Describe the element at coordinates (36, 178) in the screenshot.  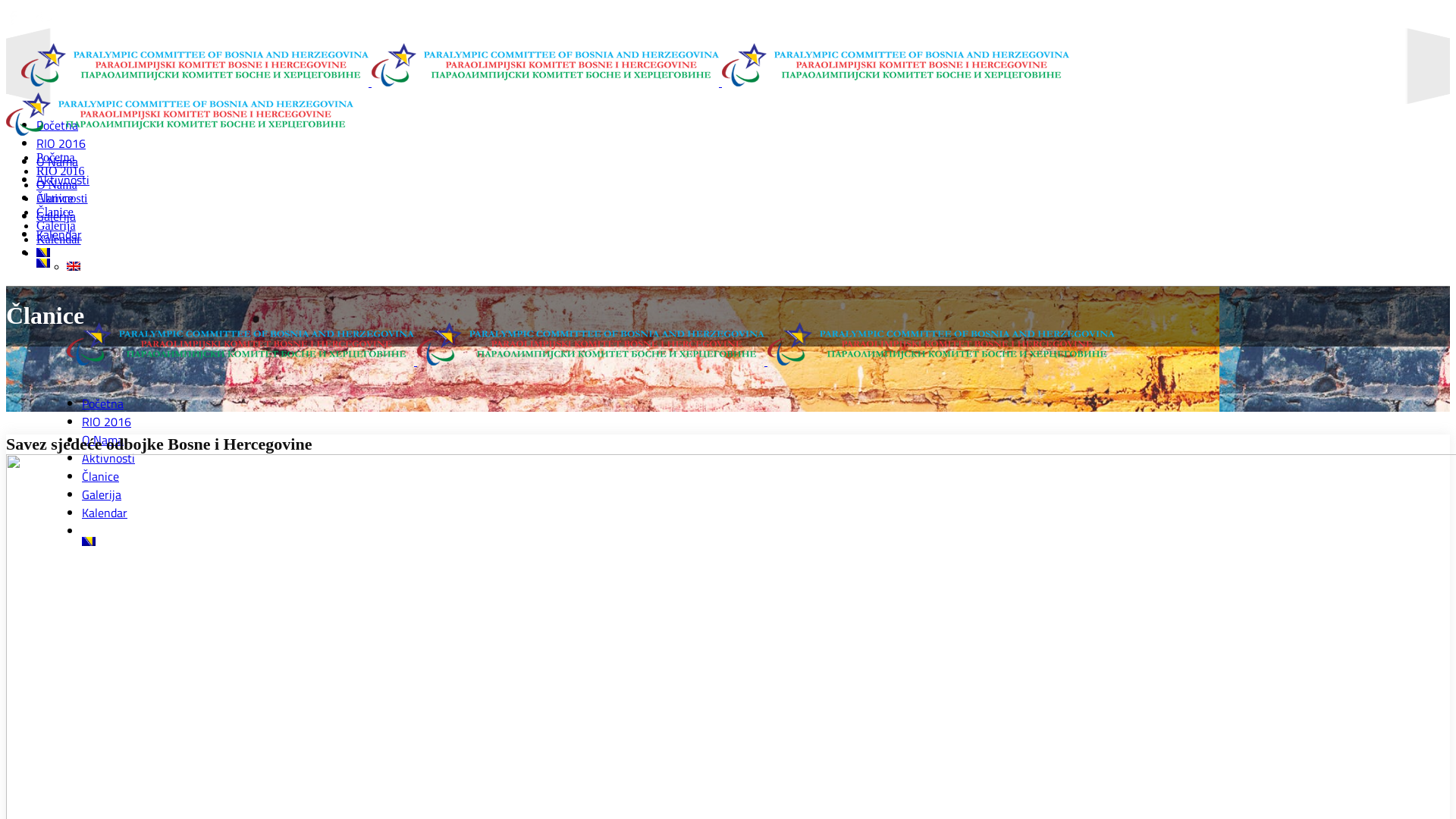
I see `'Aktivnosti'` at that location.